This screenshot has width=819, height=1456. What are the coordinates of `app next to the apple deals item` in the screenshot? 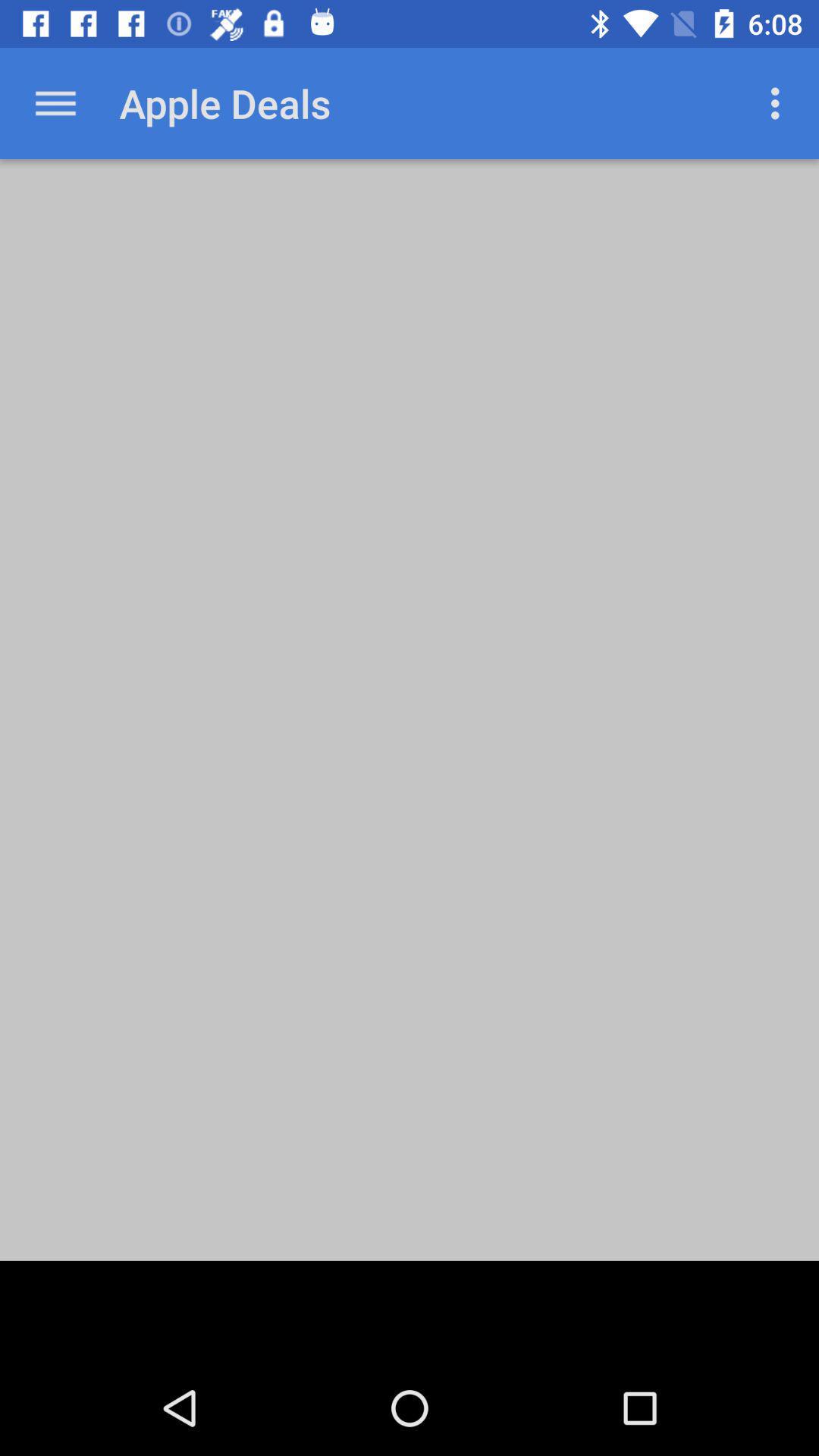 It's located at (779, 102).